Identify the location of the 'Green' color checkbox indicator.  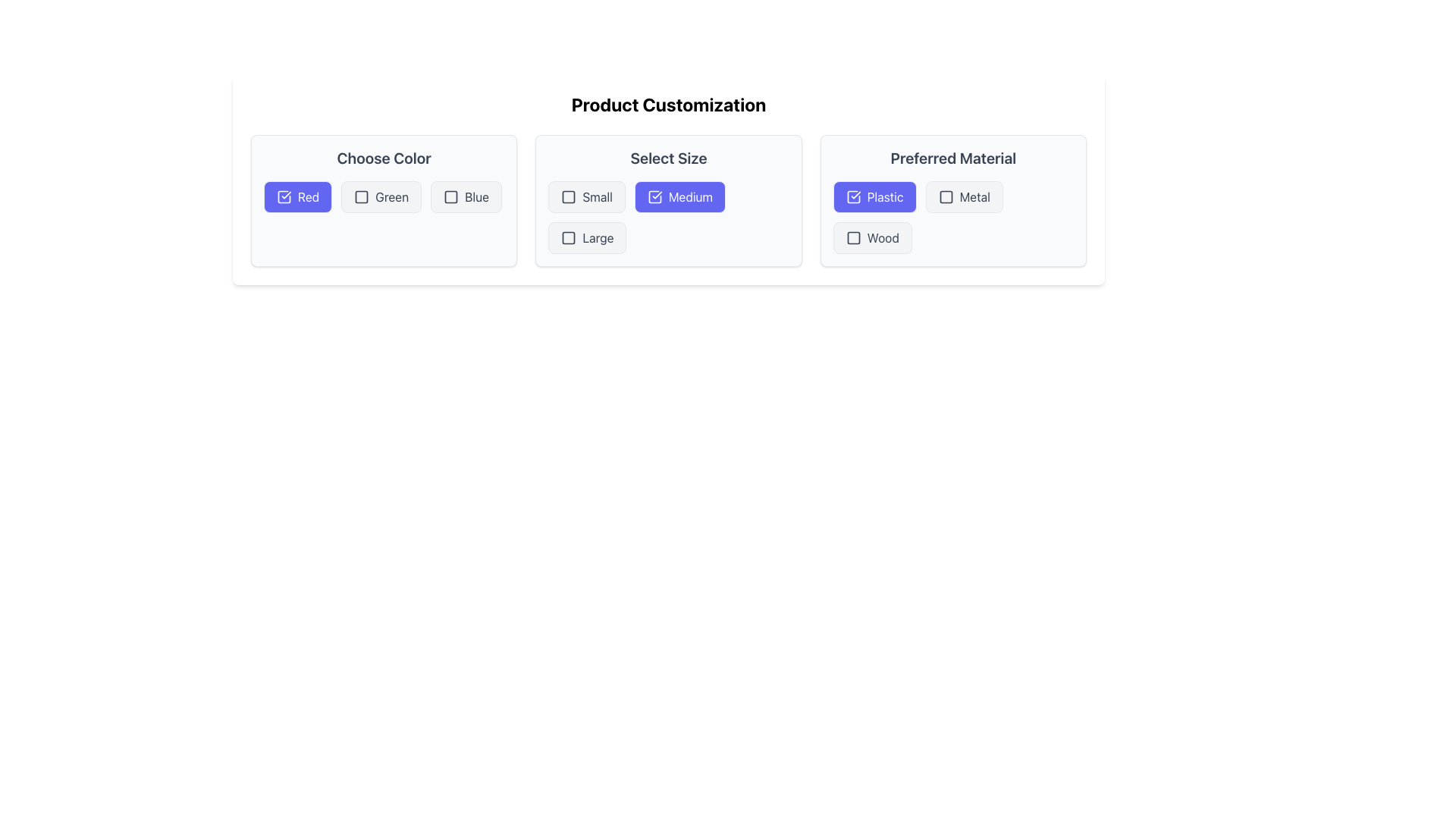
(361, 196).